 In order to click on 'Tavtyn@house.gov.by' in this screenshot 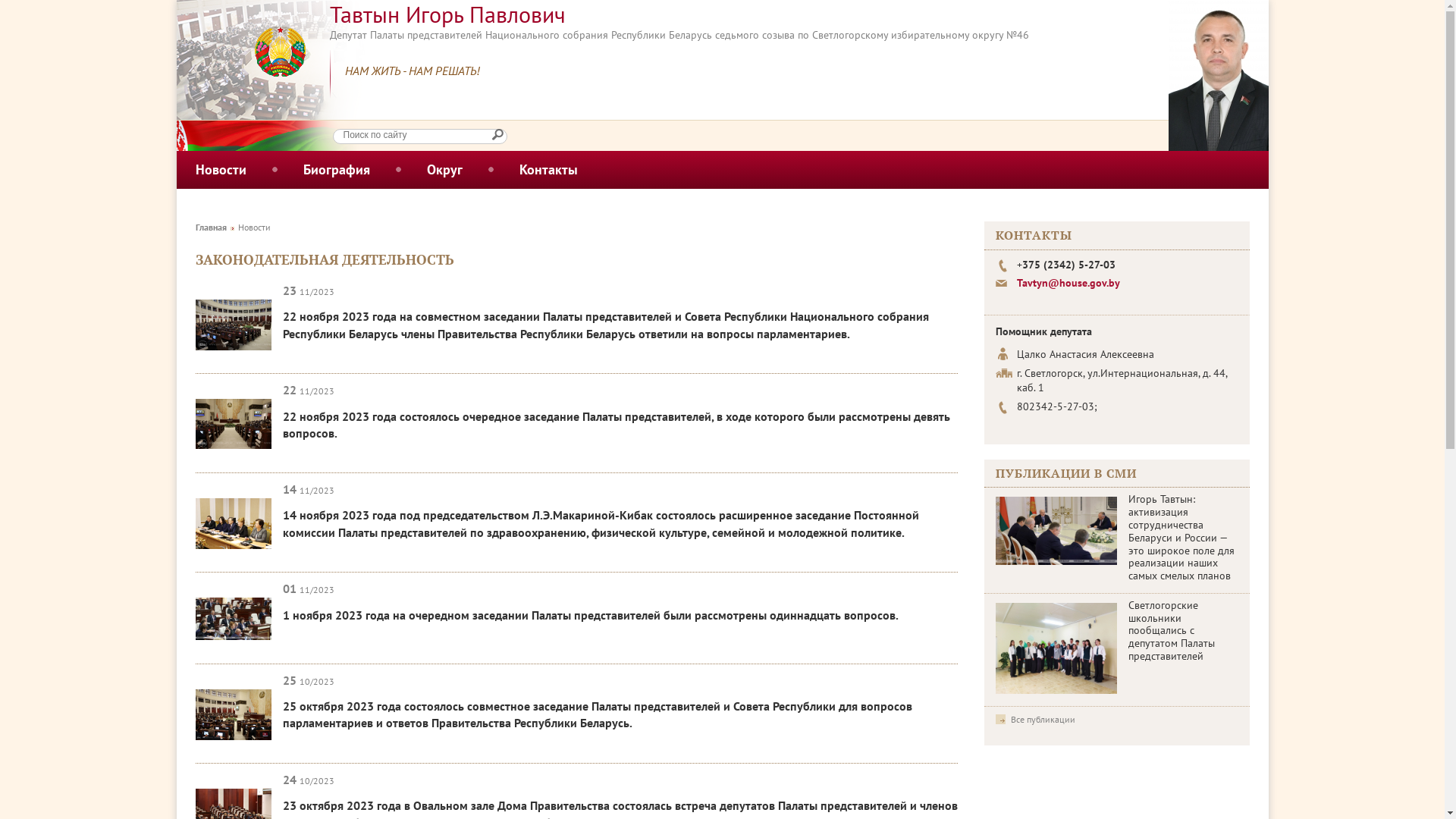, I will do `click(1066, 283)`.